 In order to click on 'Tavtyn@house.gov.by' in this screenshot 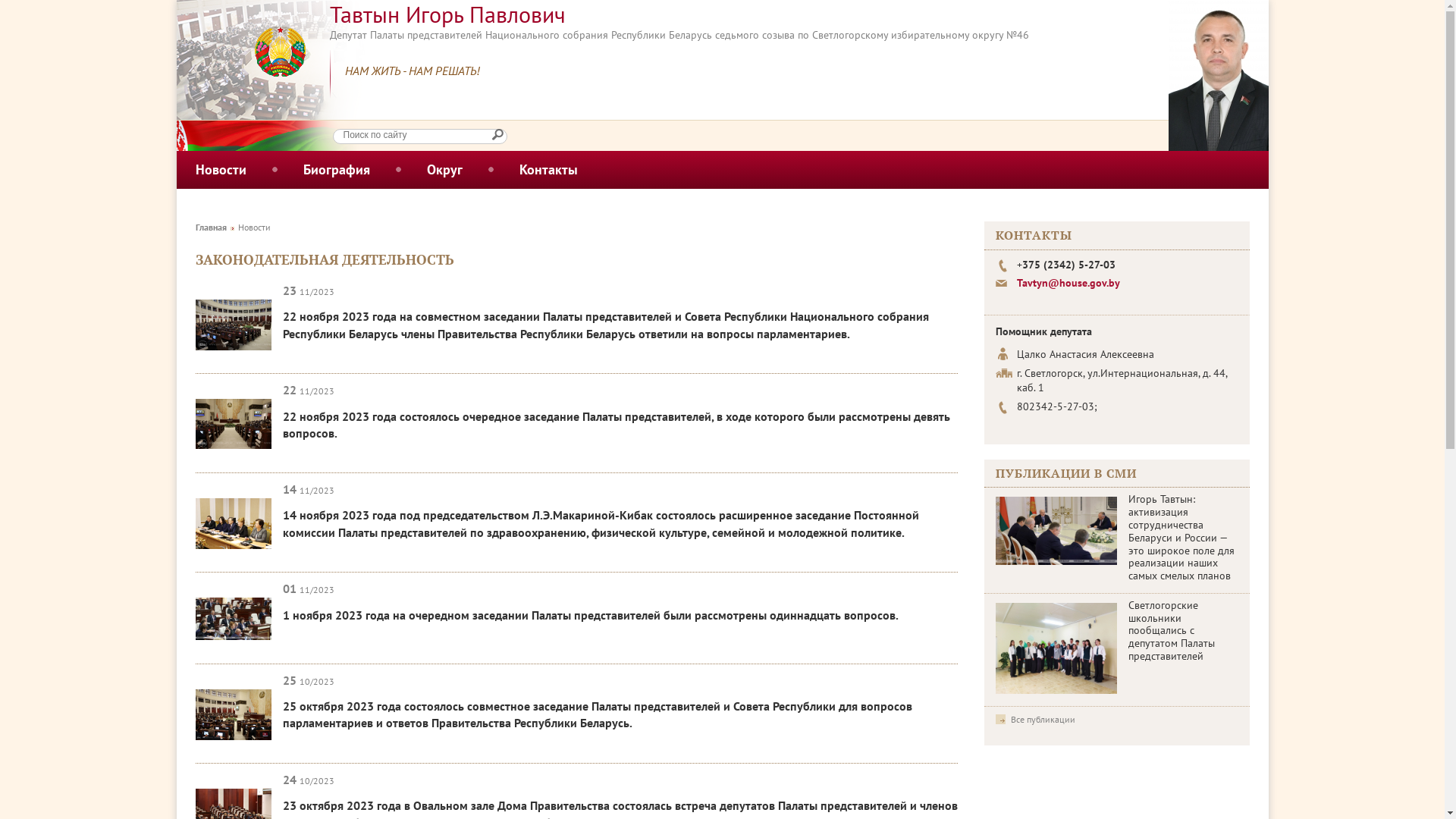, I will do `click(1066, 283)`.